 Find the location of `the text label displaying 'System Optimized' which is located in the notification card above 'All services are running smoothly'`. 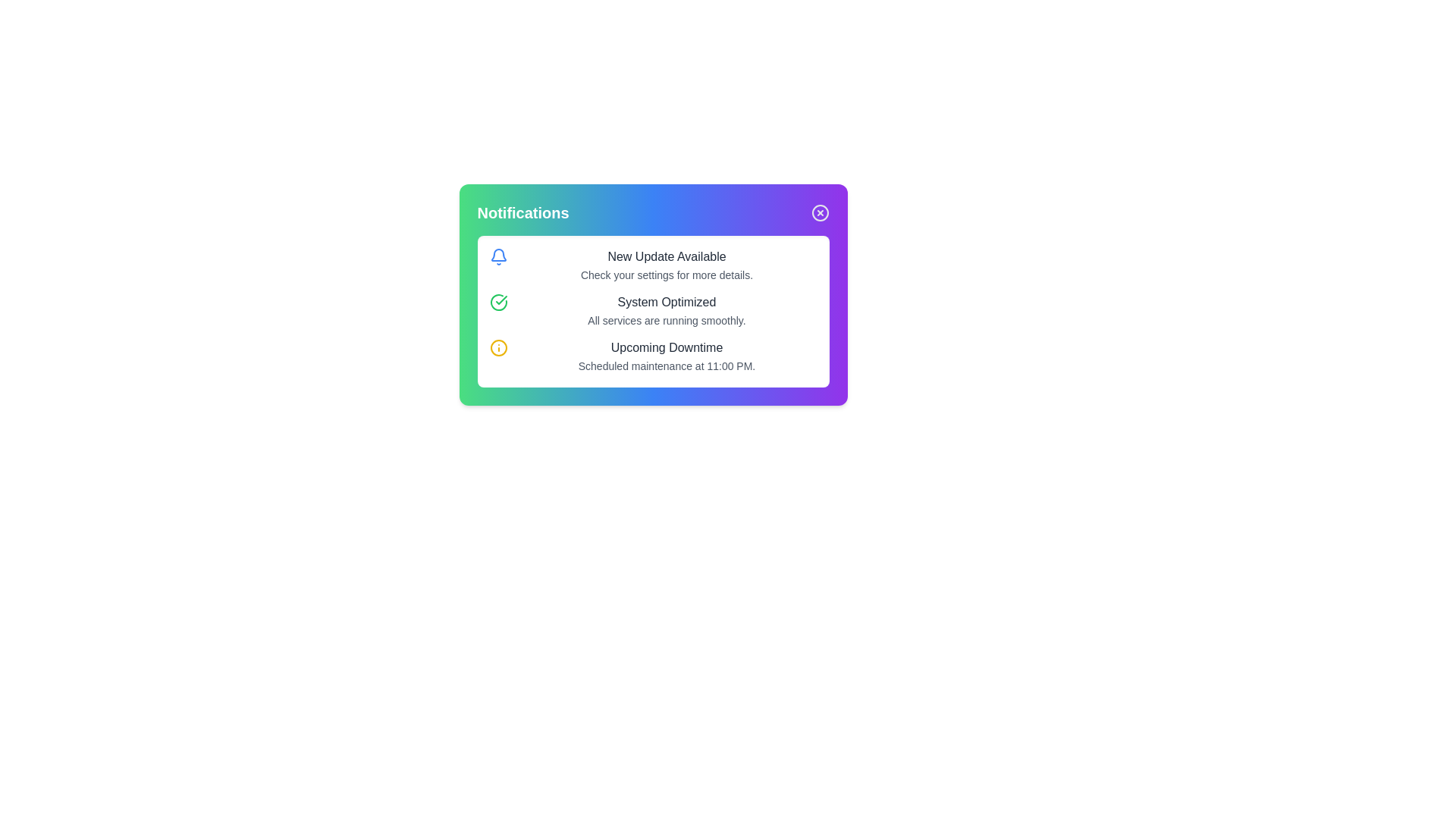

the text label displaying 'System Optimized' which is located in the notification card above 'All services are running smoothly' is located at coordinates (667, 302).